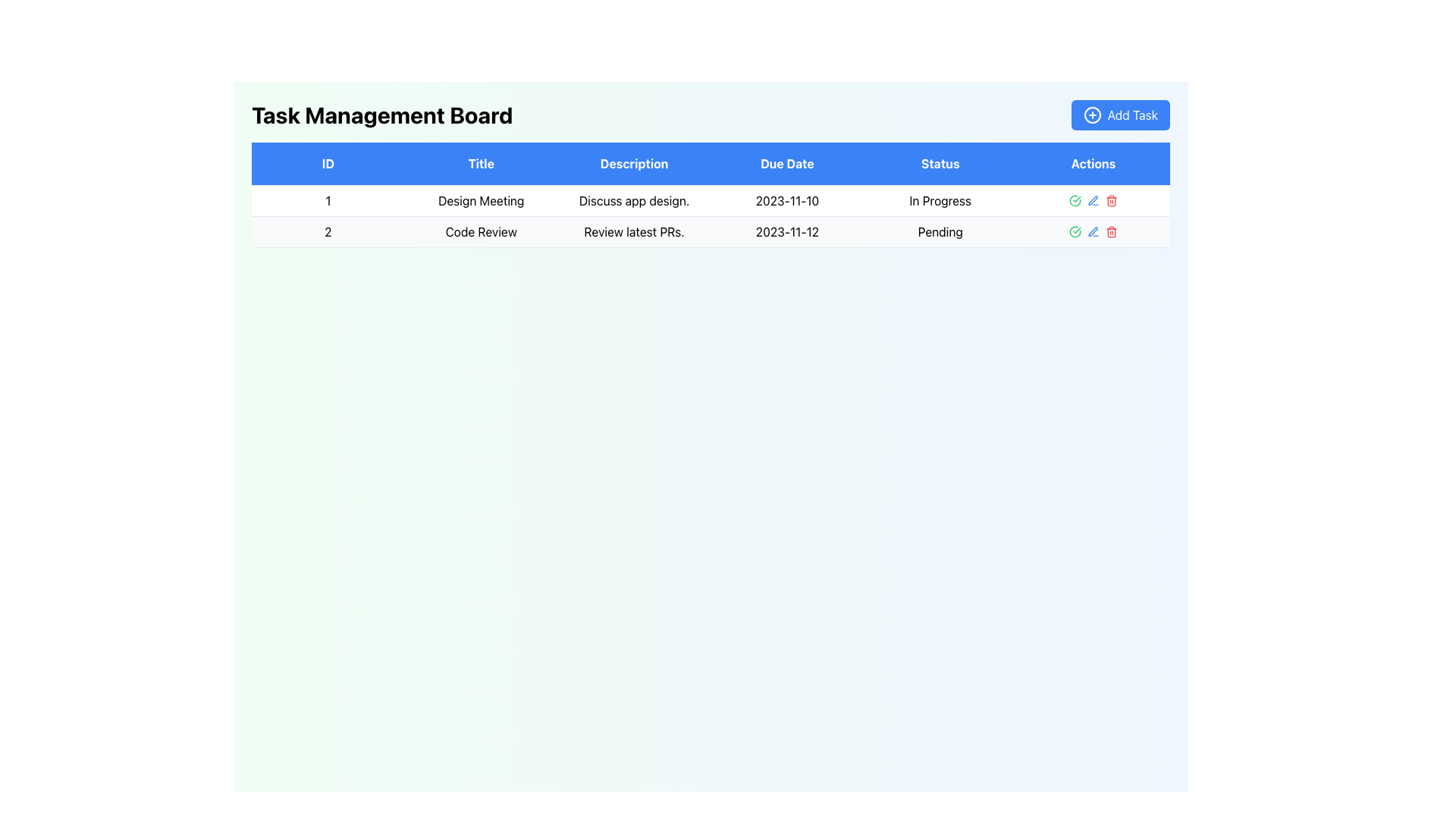 Image resolution: width=1456 pixels, height=819 pixels. What do you see at coordinates (787, 164) in the screenshot?
I see `the 'Due Date' column label in the task management table, which is the fourth column header positioned between 'Description' and 'Status'` at bounding box center [787, 164].